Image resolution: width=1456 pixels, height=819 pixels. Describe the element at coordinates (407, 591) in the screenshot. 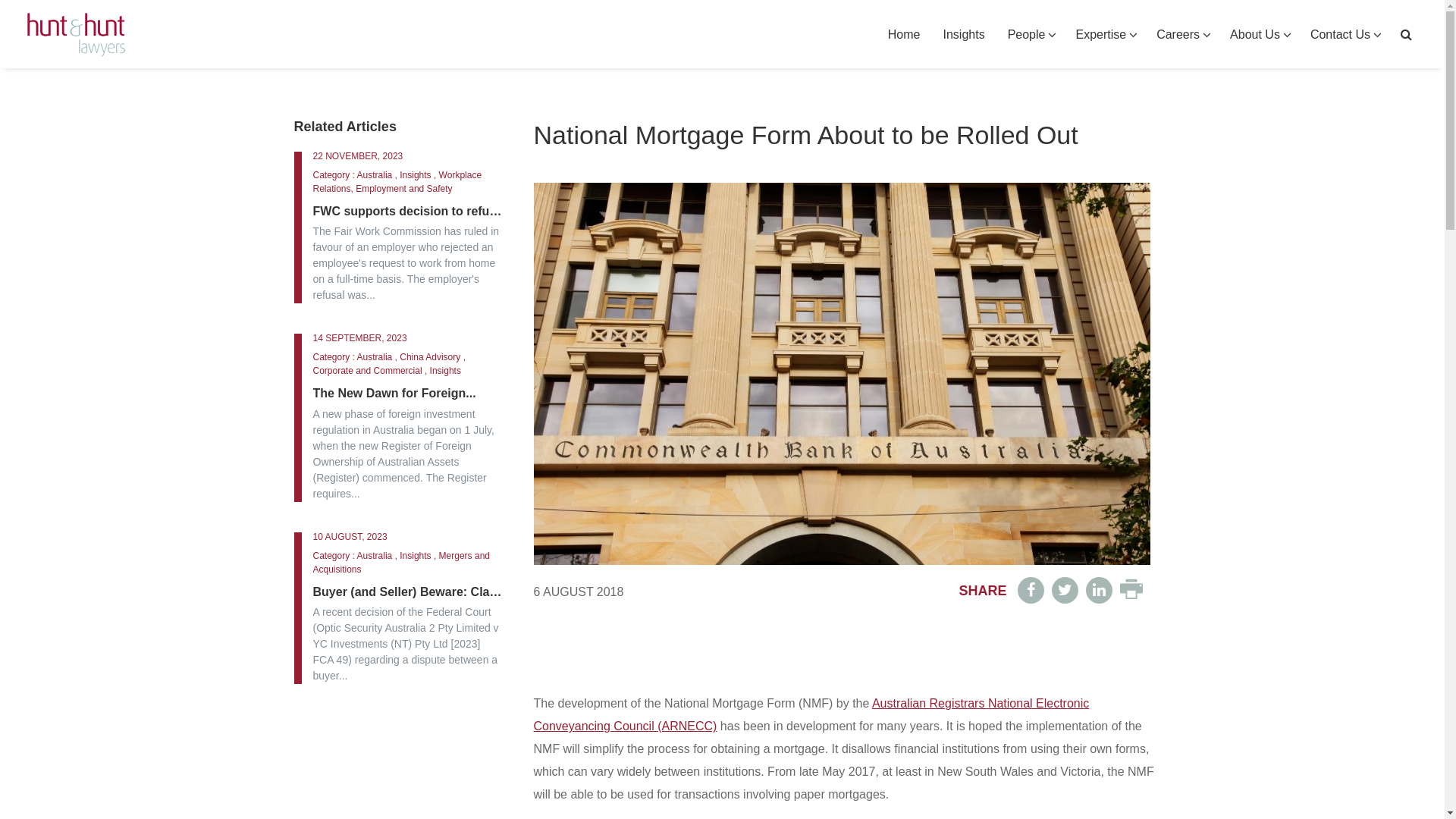

I see `'Buyer (and Seller) Beware: Claims...'` at that location.